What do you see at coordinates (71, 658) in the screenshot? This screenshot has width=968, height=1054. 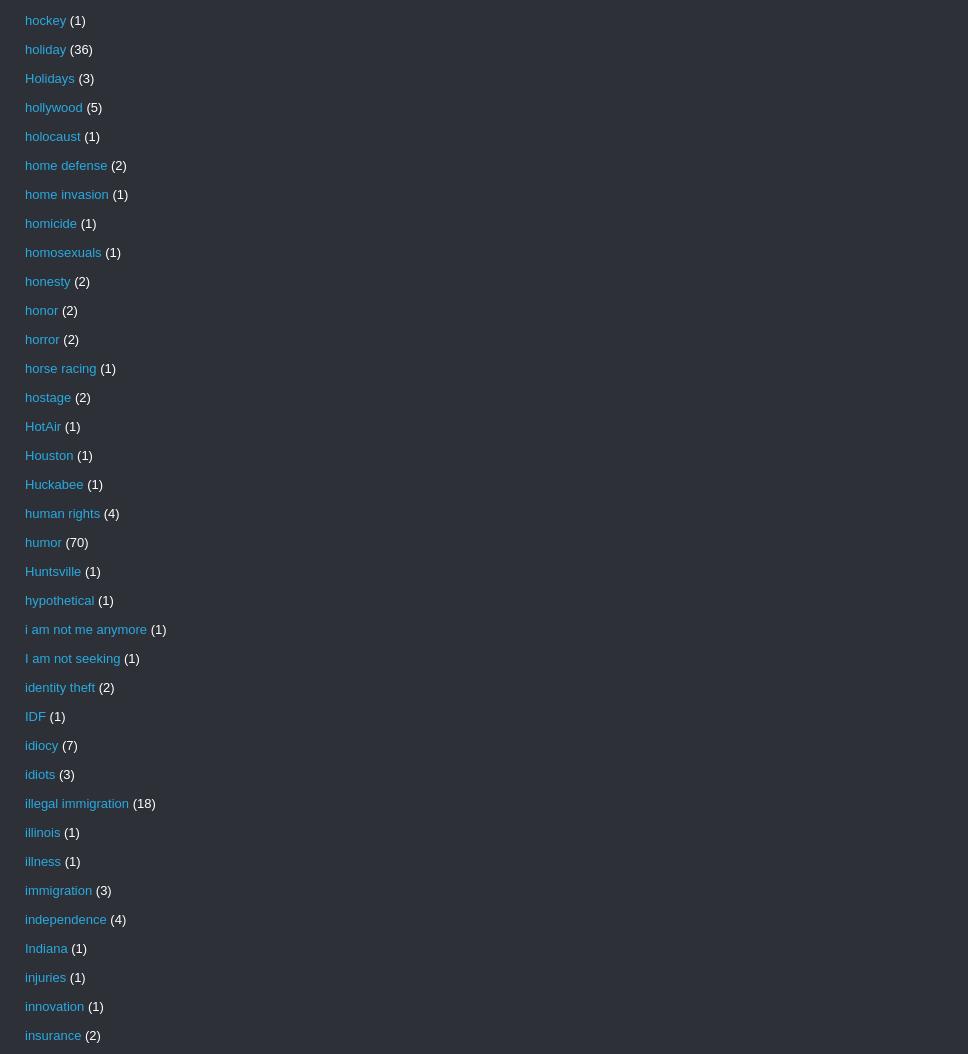 I see `'I am not seeking'` at bounding box center [71, 658].